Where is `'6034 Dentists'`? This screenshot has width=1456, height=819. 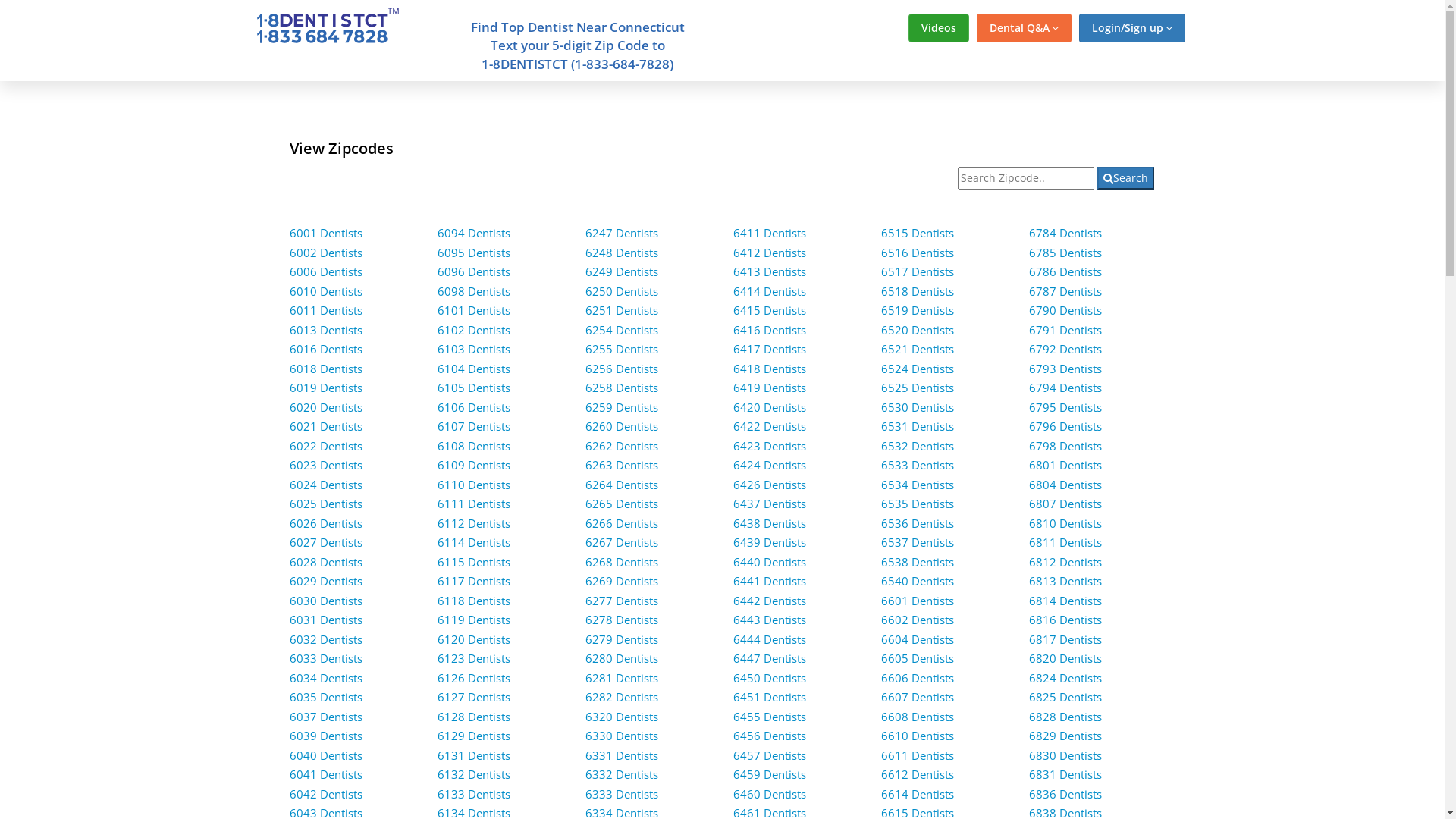 '6034 Dentists' is located at coordinates (325, 677).